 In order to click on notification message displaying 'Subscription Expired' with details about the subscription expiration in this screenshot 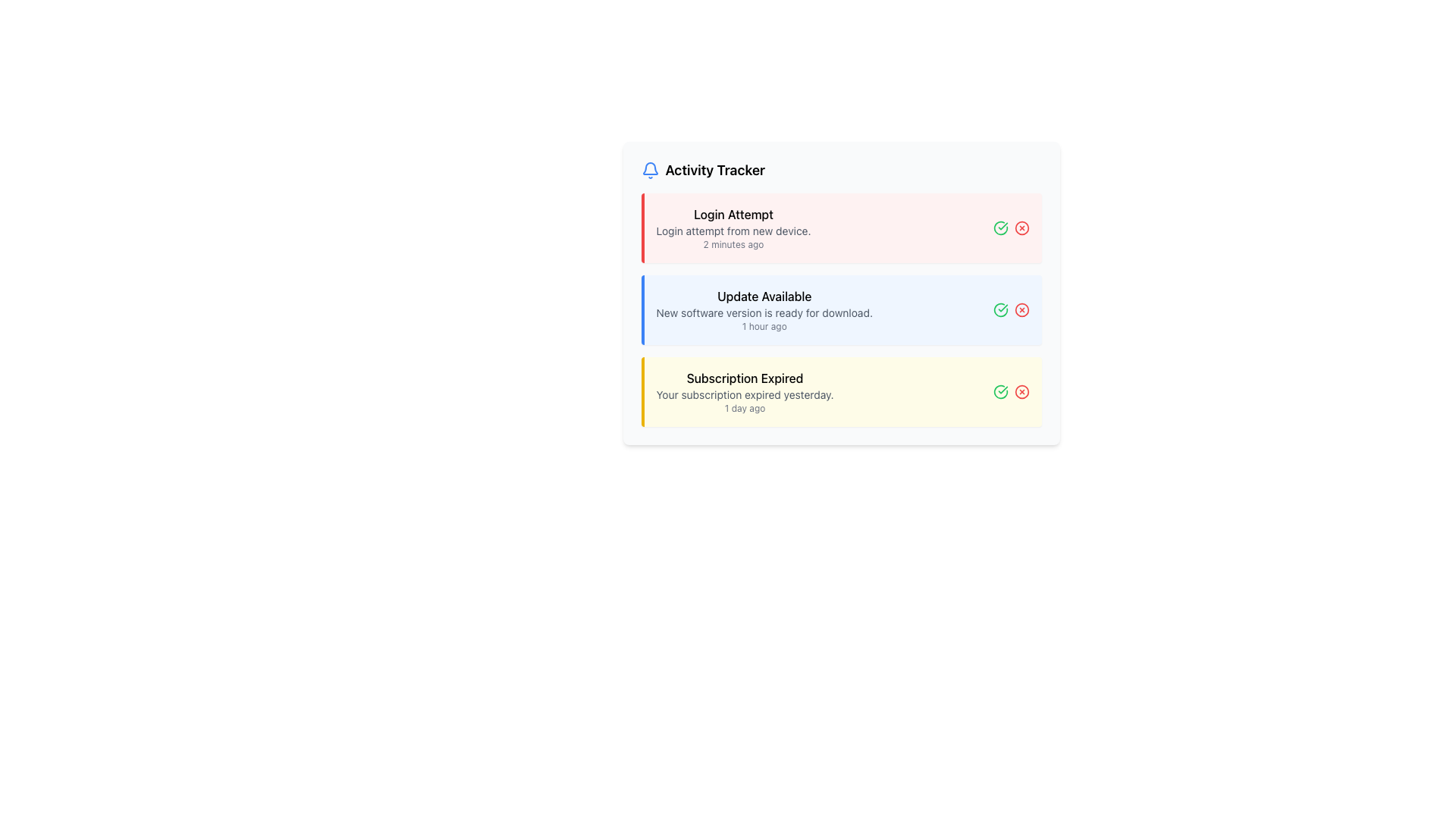, I will do `click(745, 391)`.